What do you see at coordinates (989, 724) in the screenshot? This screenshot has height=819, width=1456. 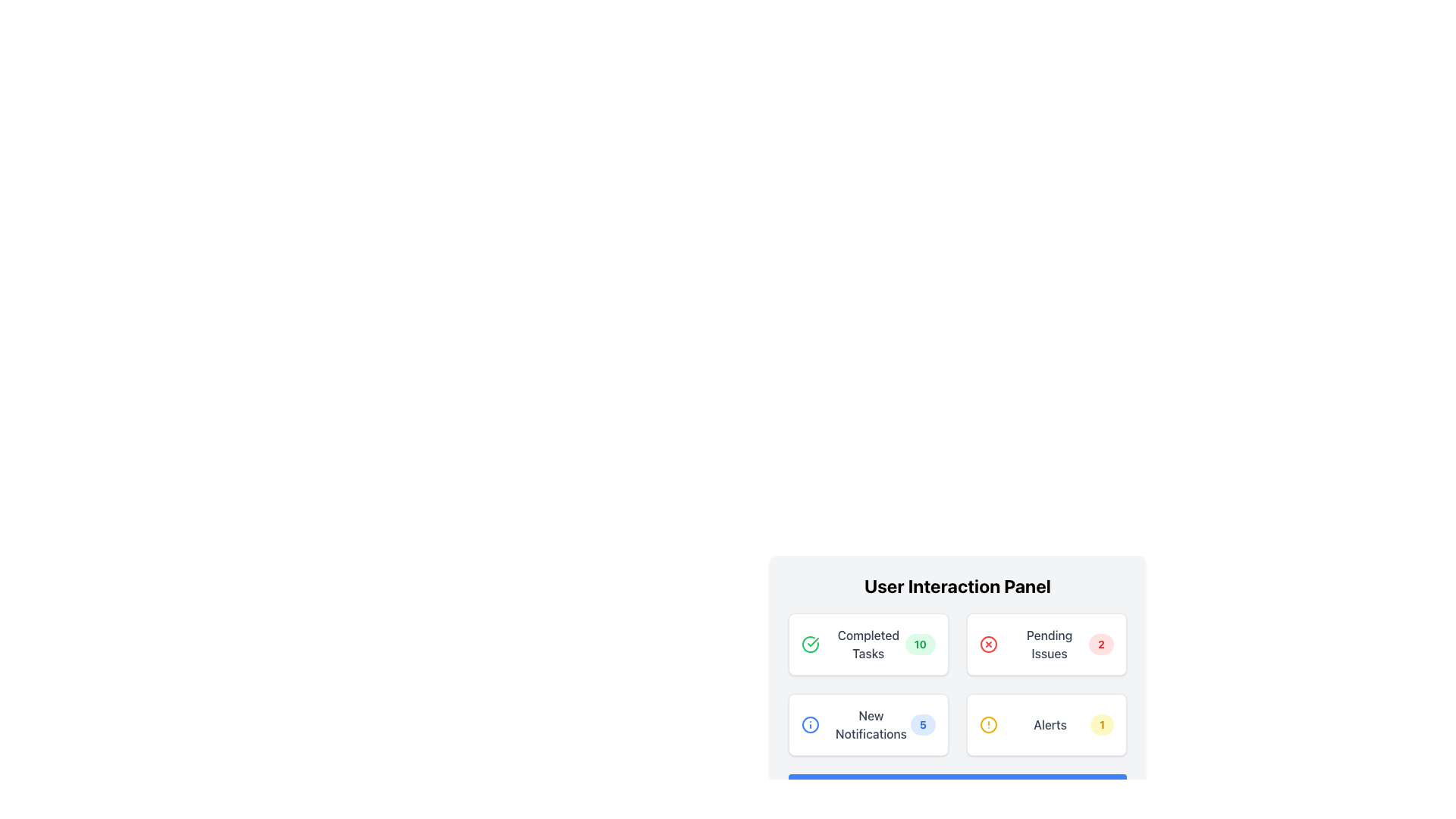 I see `the yellow geometric SVG circle located in the bottom-right quadrant of the UI panel under the 'Alerts' section` at bounding box center [989, 724].